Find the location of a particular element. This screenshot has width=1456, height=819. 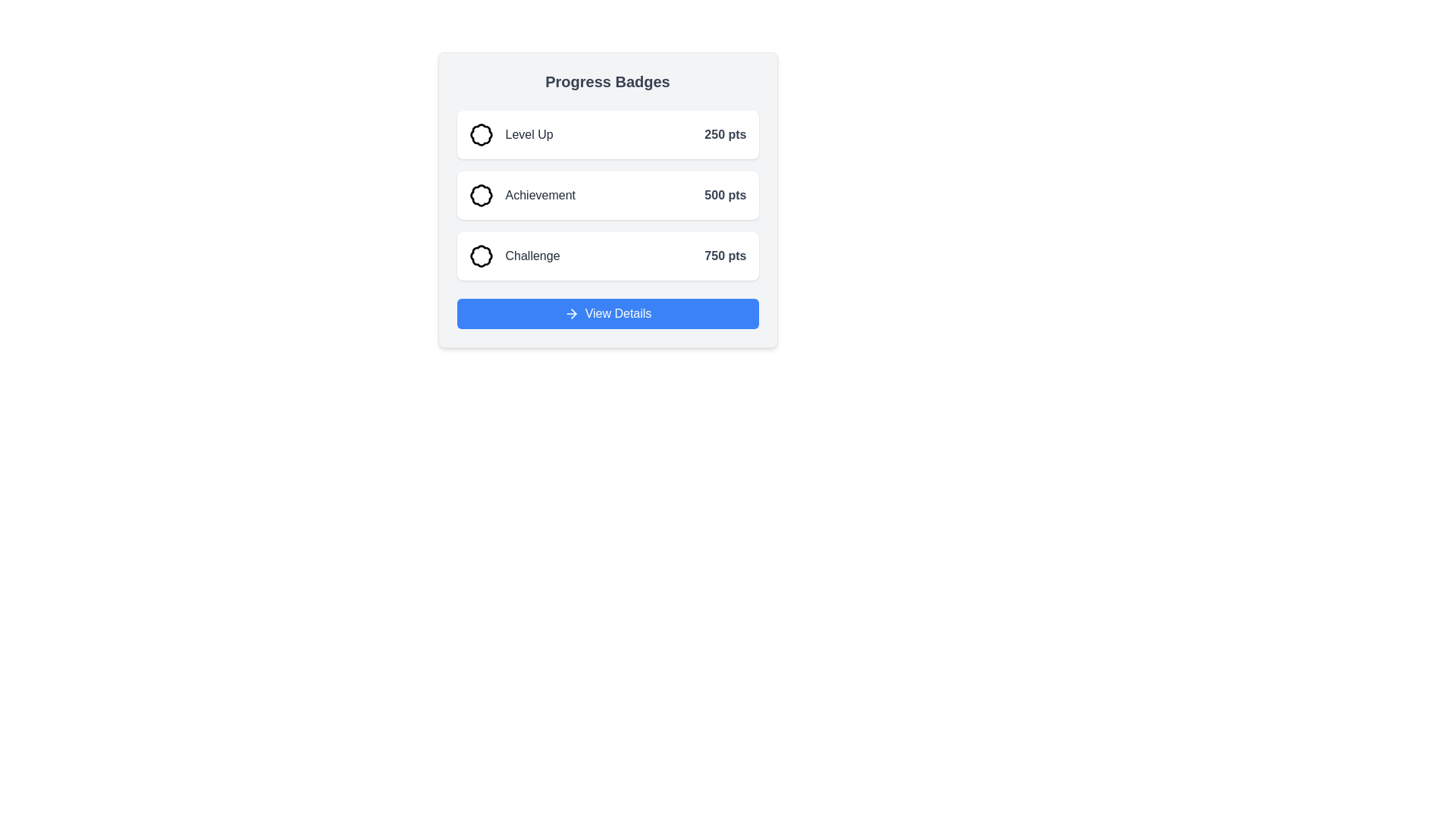

the graphical style of the 'Challenge' badge icon located in the third row of the badge list, positioned to the left of the text 'Challenge' is located at coordinates (480, 256).